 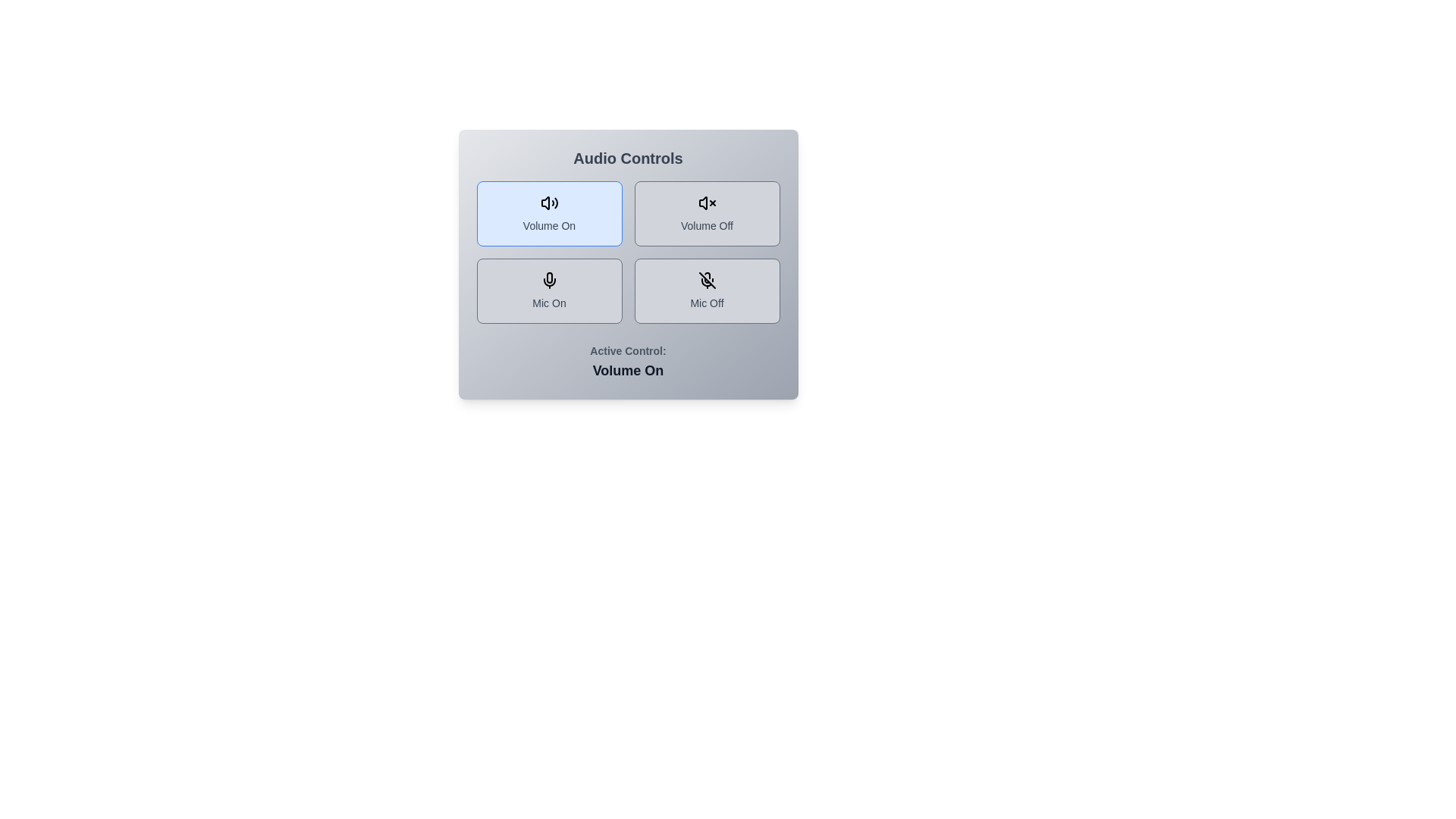 I want to click on the button labeled 'Mic On' to observe its hover effect, so click(x=548, y=291).